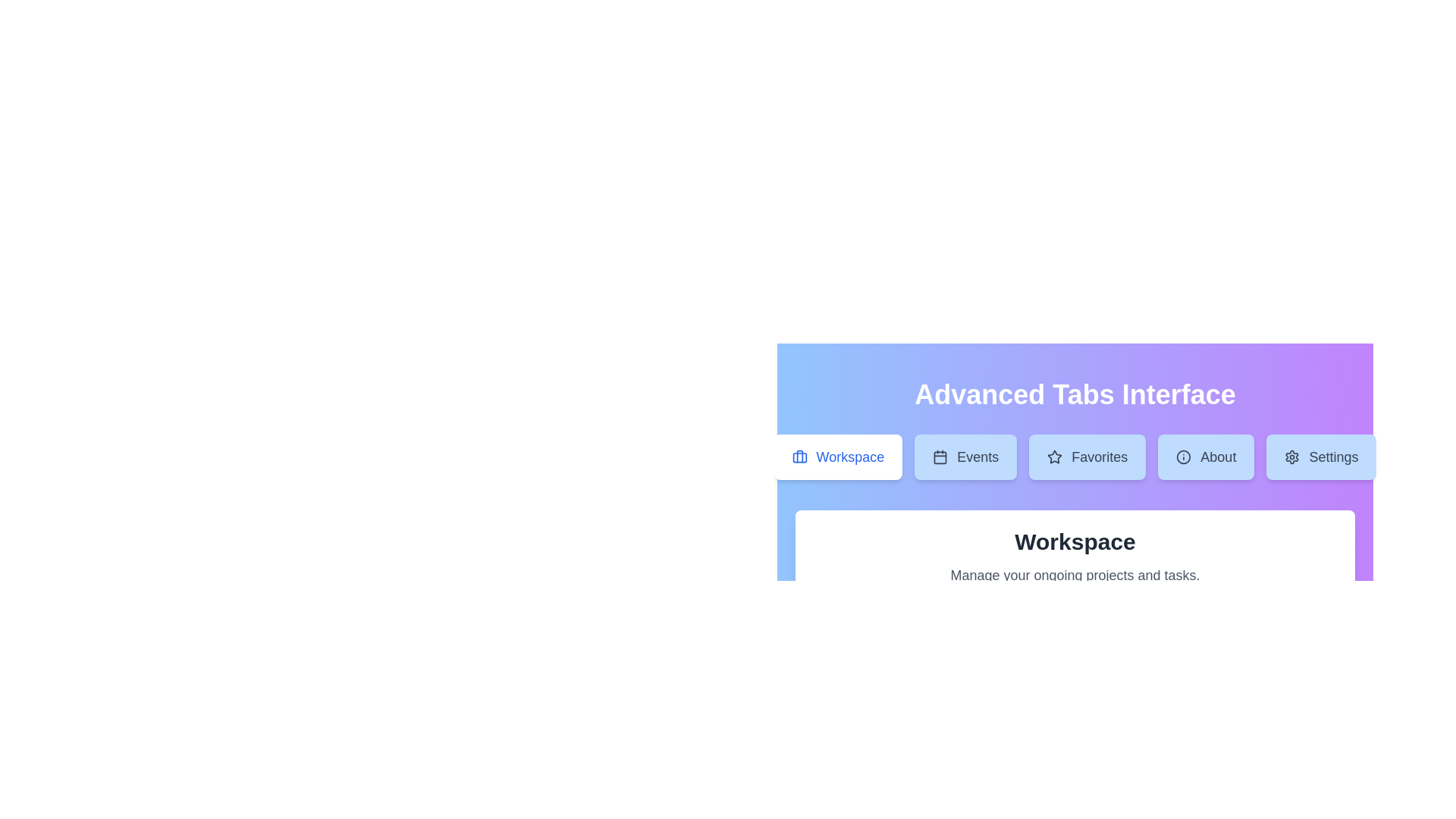 The width and height of the screenshot is (1456, 819). I want to click on the central cogwheel design of the settings icon located at the far right of the horizontal navigation menu, so click(1291, 456).